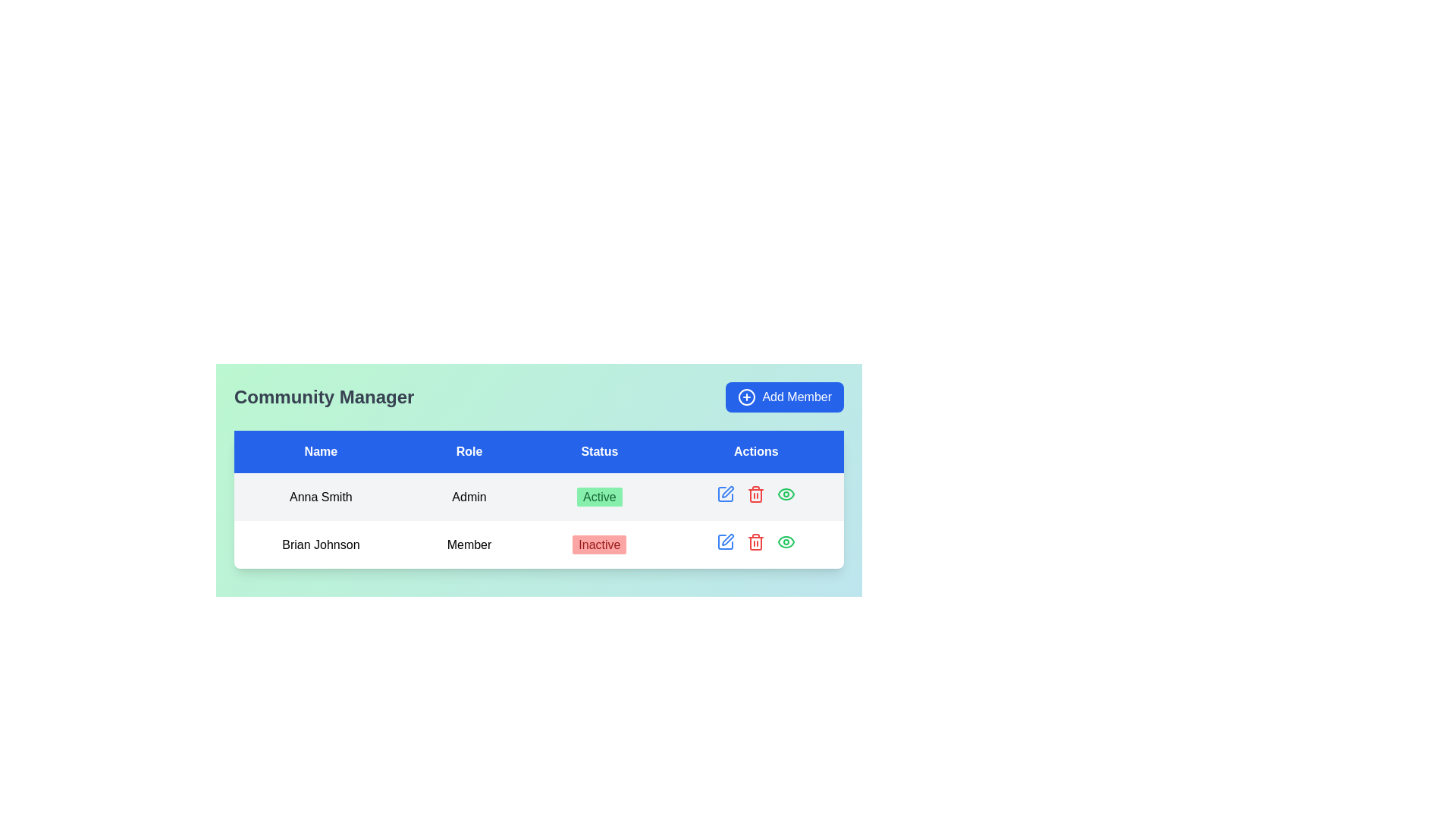 Image resolution: width=1456 pixels, height=819 pixels. I want to click on the eye-shaped icon button located in the 'Actions' column of the second row in the table, so click(786, 541).